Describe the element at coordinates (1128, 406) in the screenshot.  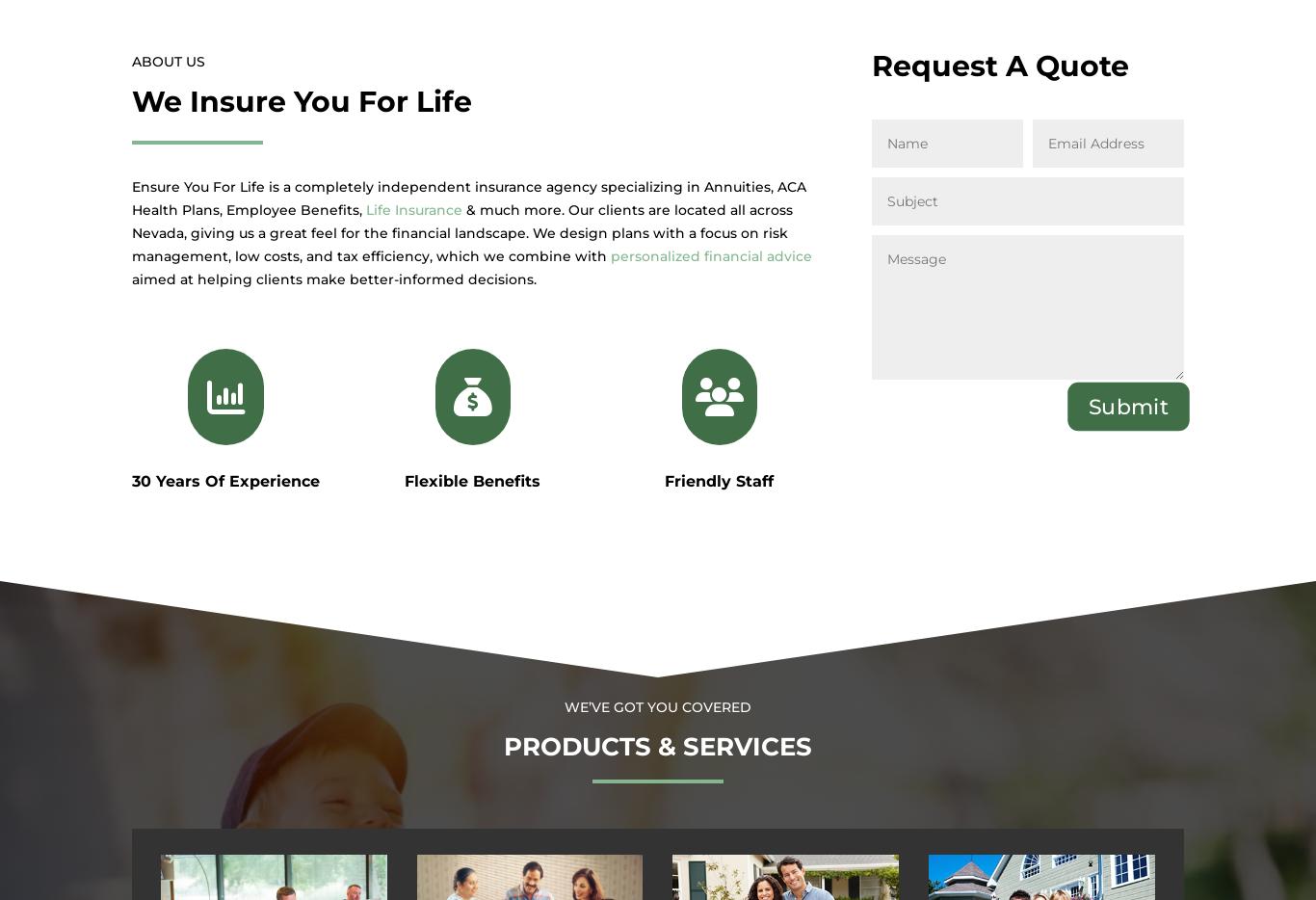
I see `'Submit'` at that location.